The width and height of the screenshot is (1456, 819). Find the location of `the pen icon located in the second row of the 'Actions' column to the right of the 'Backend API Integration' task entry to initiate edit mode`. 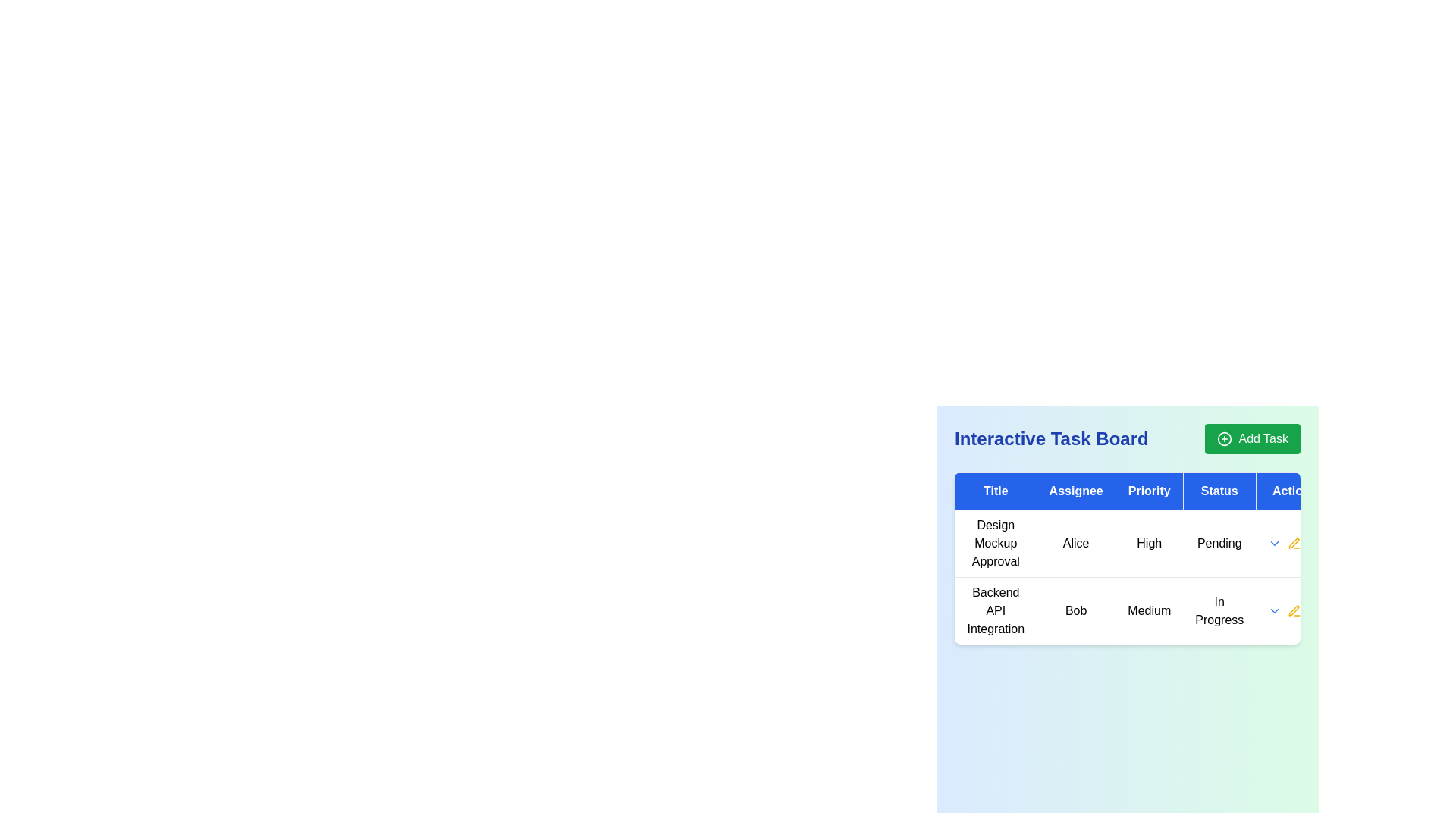

the pen icon located in the second row of the 'Actions' column to the right of the 'Backend API Integration' task entry to initiate edit mode is located at coordinates (1292, 542).